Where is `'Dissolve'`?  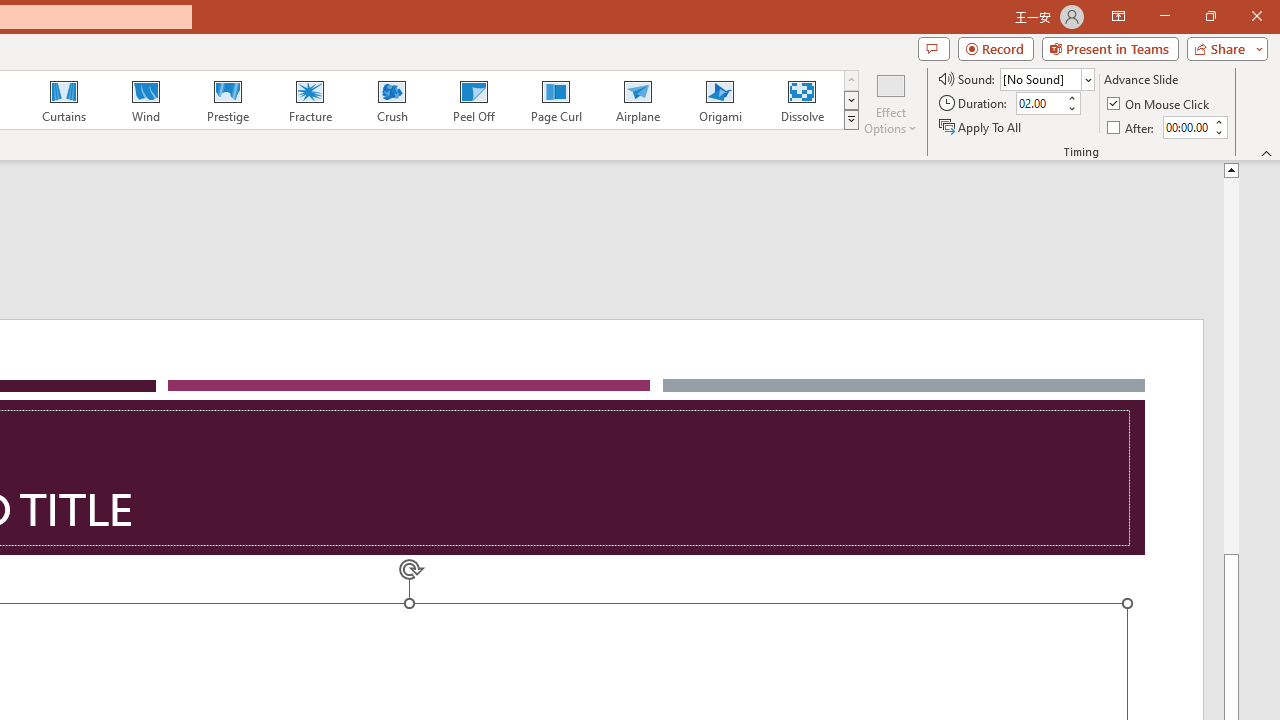
'Dissolve' is located at coordinates (802, 100).